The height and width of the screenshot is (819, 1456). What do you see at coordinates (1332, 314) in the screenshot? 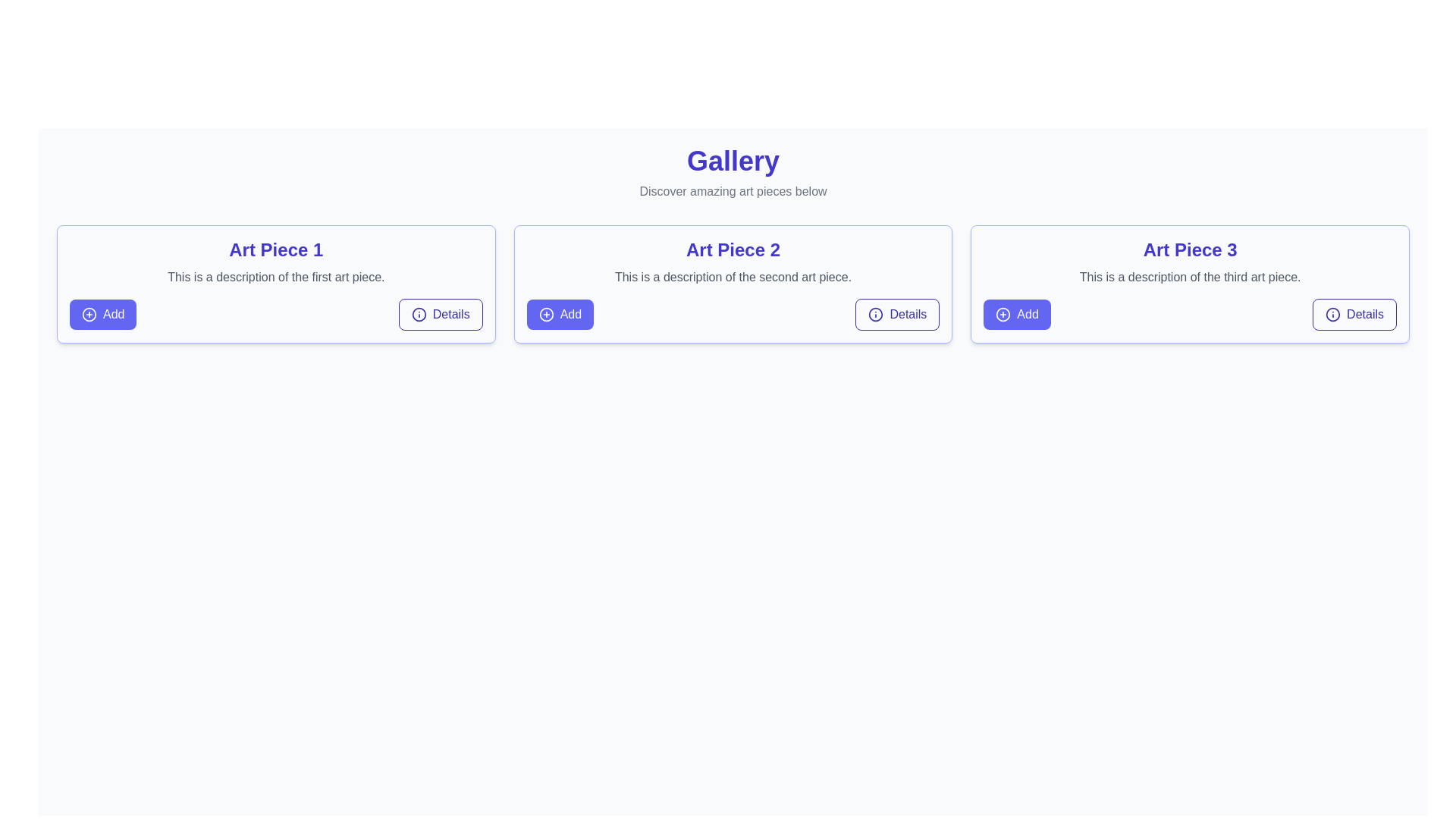
I see `the circular icon element that serves as the outer boundary of the information icon on the 'Details' button located in the third card titled 'Art Piece 3'` at bounding box center [1332, 314].